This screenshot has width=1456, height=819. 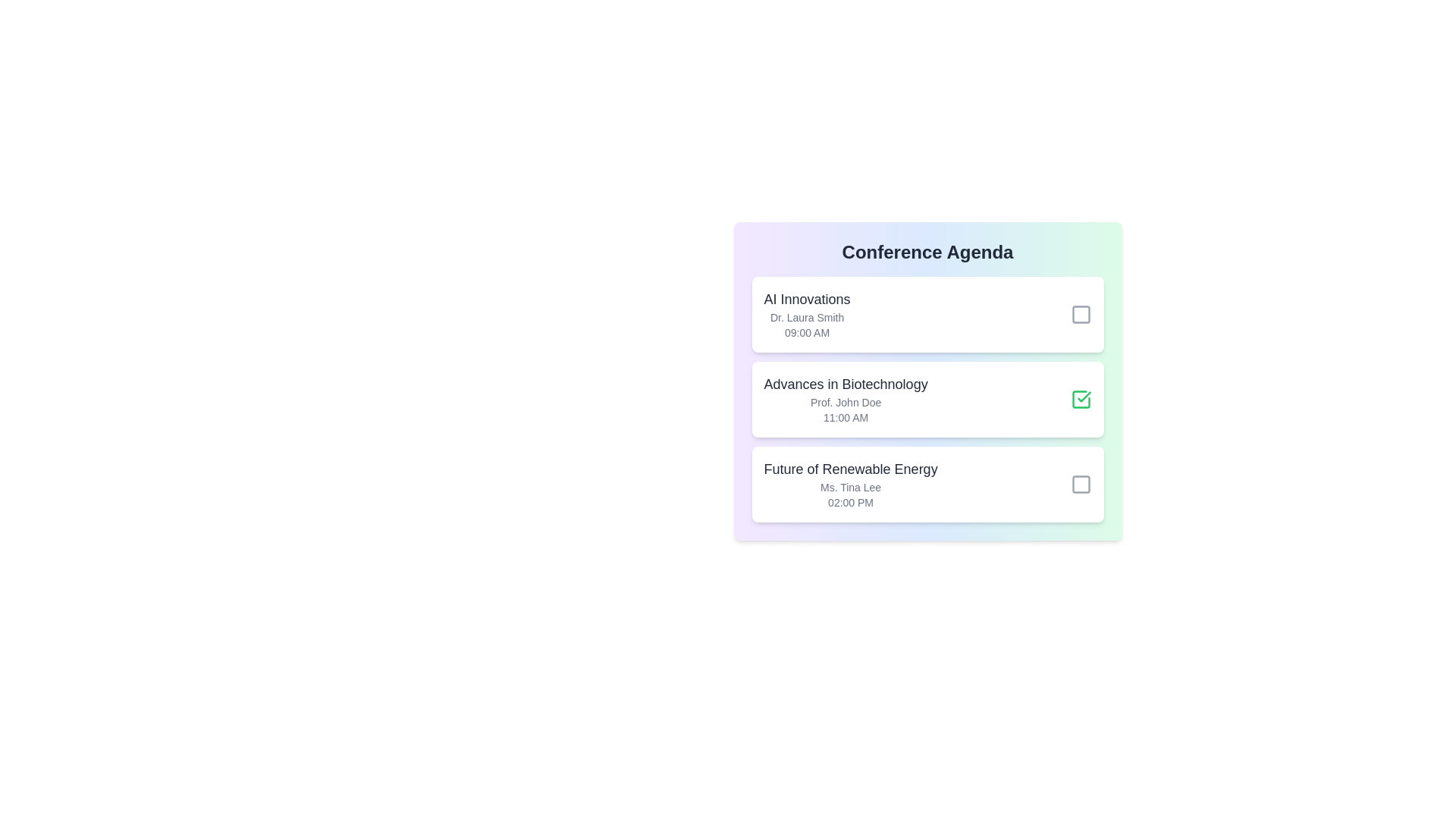 I want to click on the header labeled 'Conference Agenda' to interact with it, so click(x=927, y=251).